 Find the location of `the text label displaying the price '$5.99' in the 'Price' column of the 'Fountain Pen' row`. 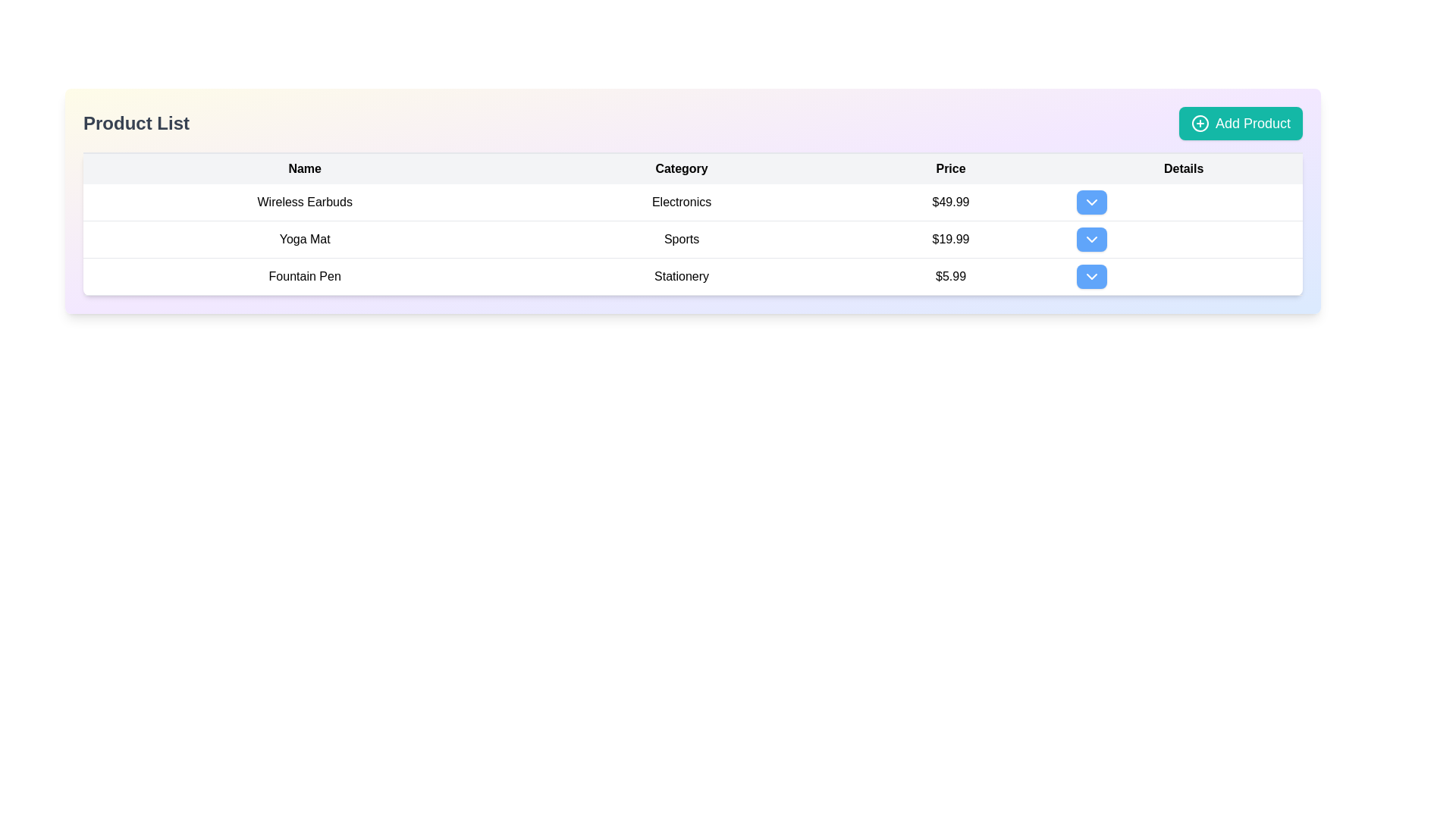

the text label displaying the price '$5.99' in the 'Price' column of the 'Fountain Pen' row is located at coordinates (949, 277).